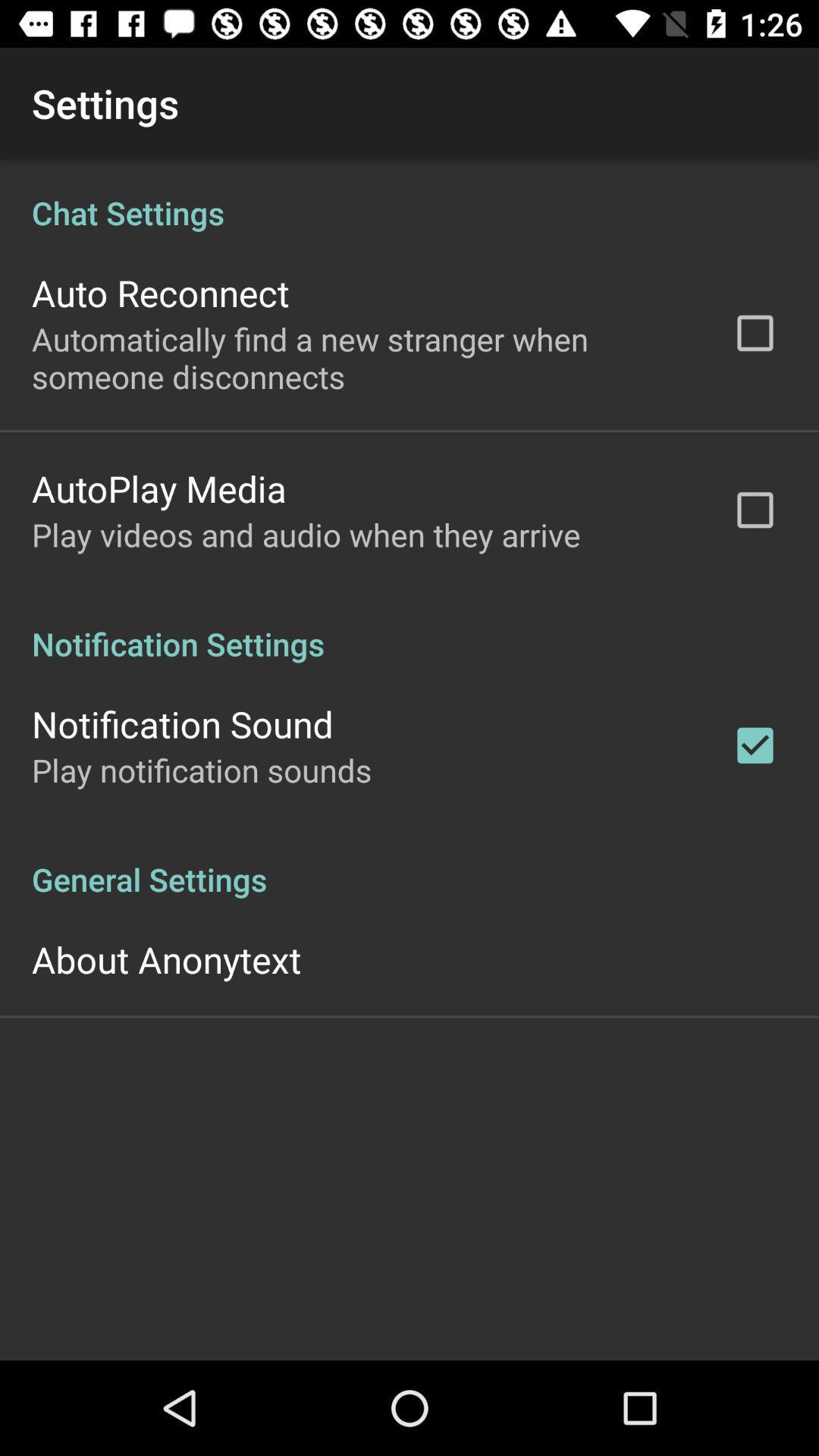 The height and width of the screenshot is (1456, 819). What do you see at coordinates (362, 356) in the screenshot?
I see `automatically find a icon` at bounding box center [362, 356].